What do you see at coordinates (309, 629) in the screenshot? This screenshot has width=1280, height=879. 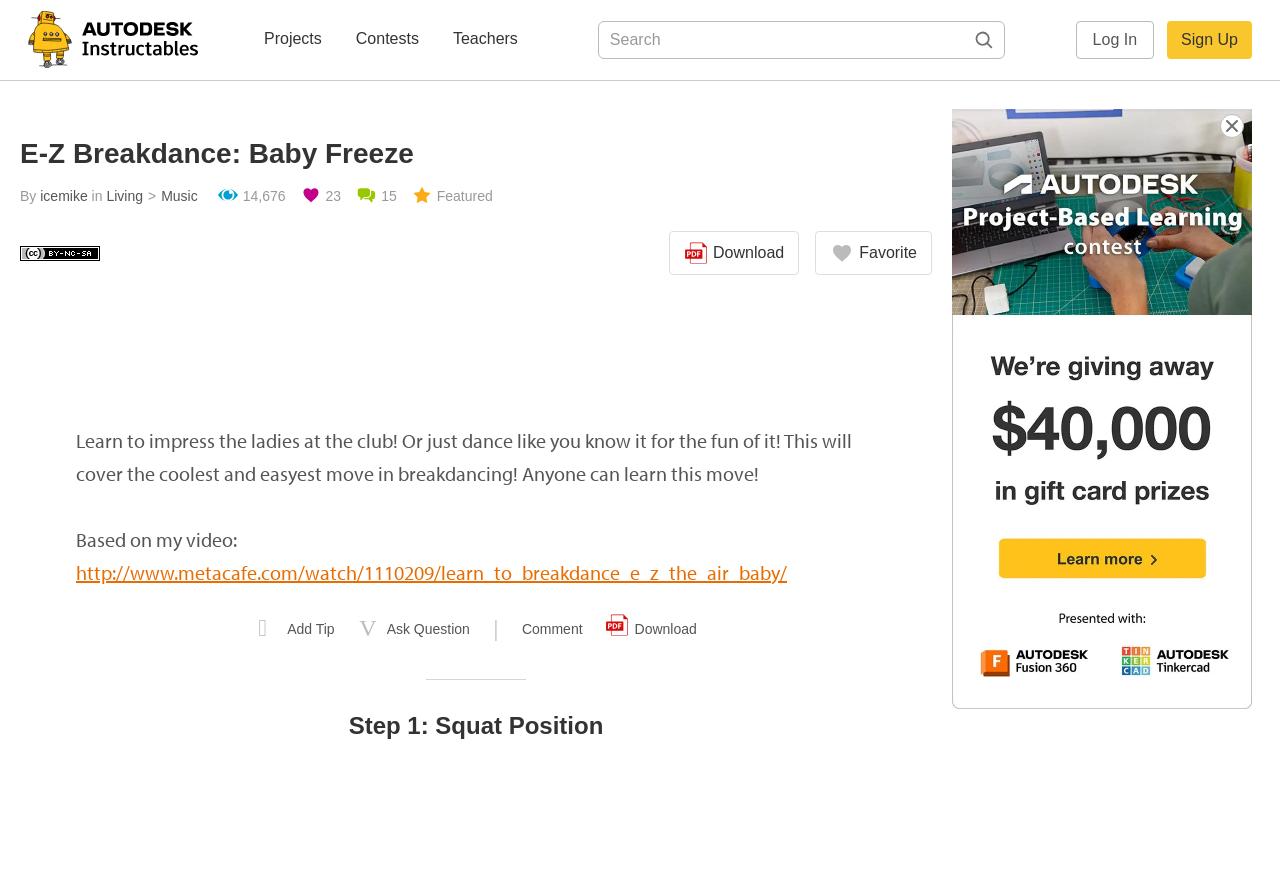 I see `'Add Tip'` at bounding box center [309, 629].